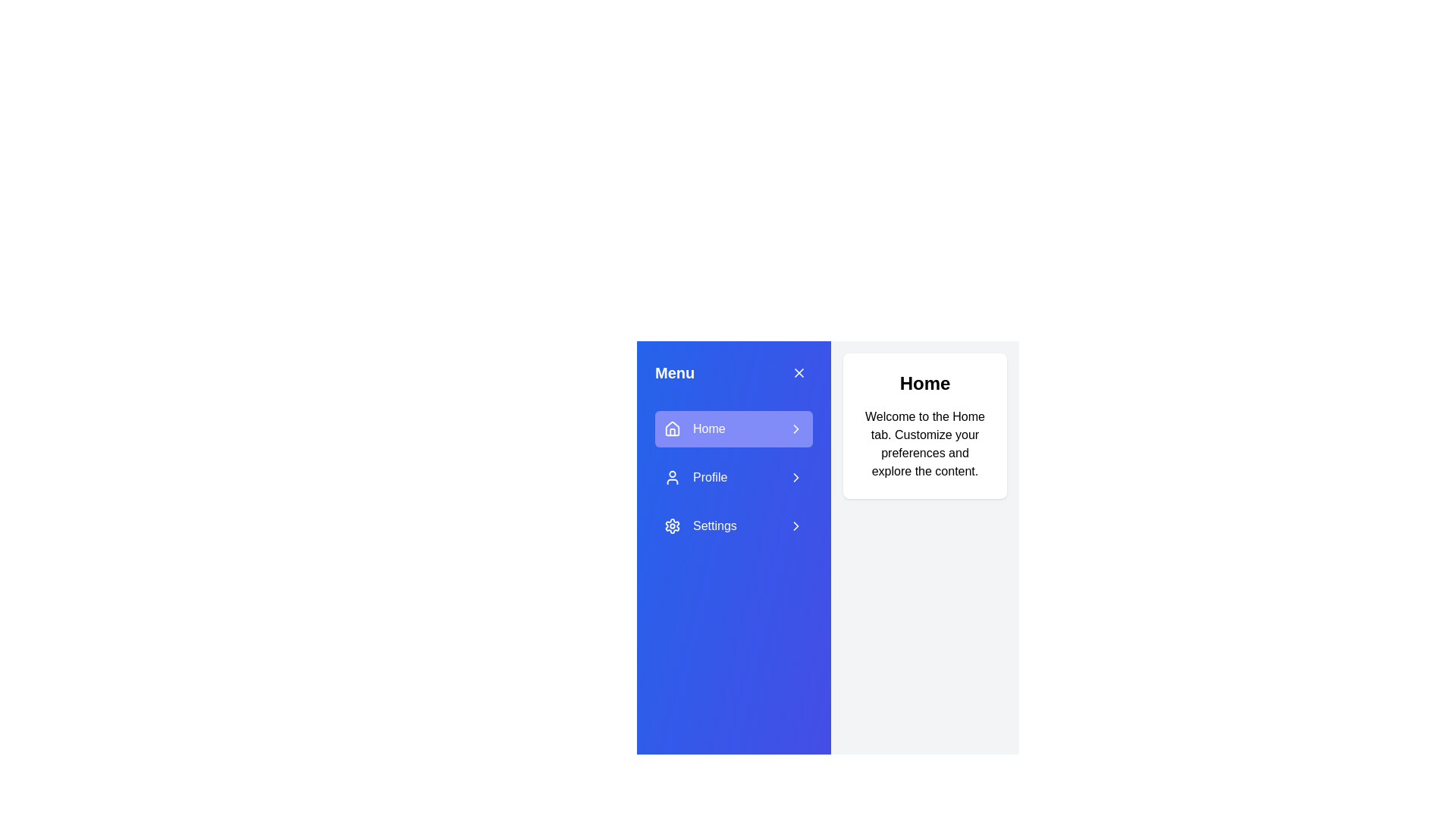 The image size is (1456, 819). What do you see at coordinates (795, 476) in the screenshot?
I see `the arrow icon located to the right of the 'Profile' text in the sidebar menu` at bounding box center [795, 476].